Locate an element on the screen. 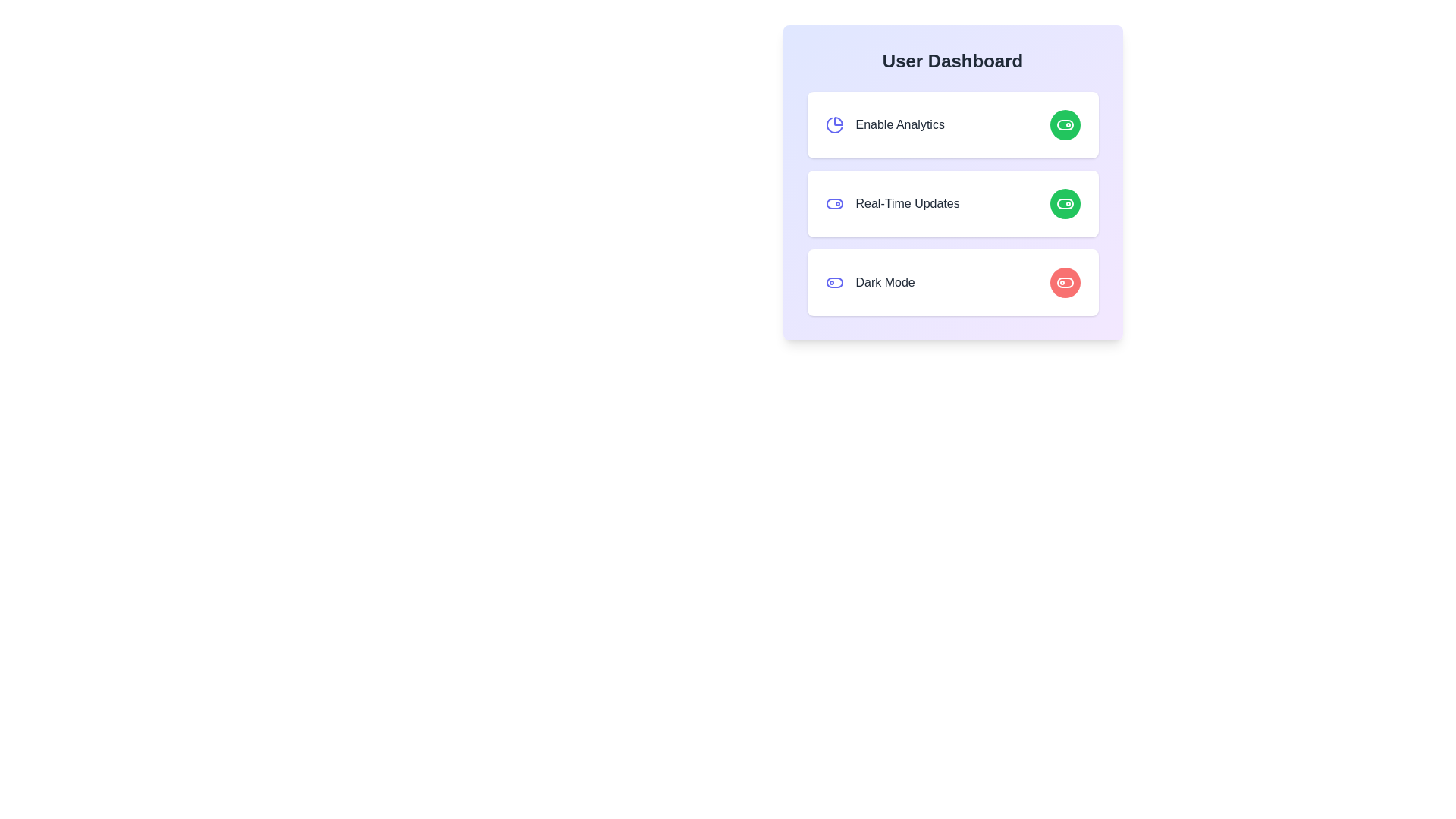  the background area of the toggle switch located to the right of the 'Real-Time Updates' label in the user dashboard layout is located at coordinates (1064, 124).